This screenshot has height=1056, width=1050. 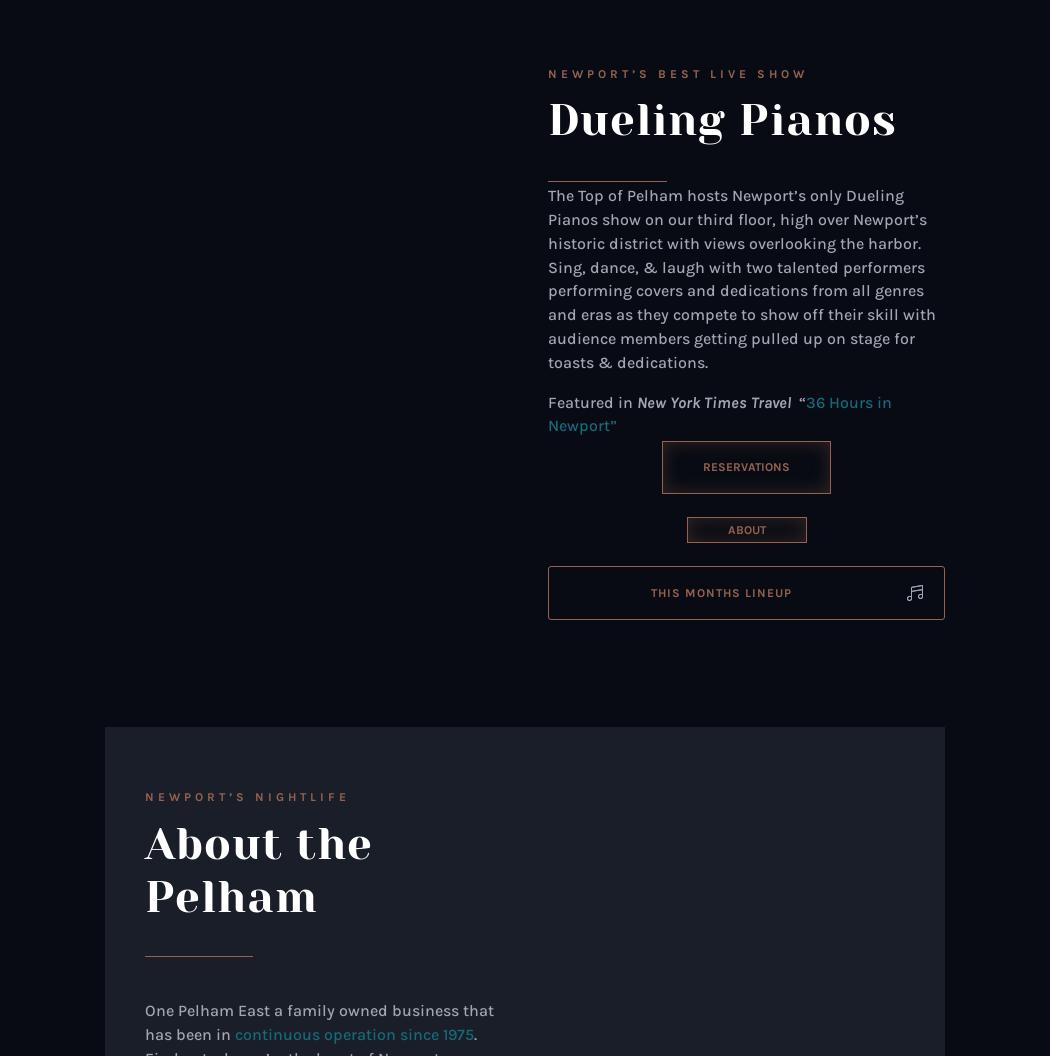 I want to click on 'continuous operation since 1975', so click(x=234, y=1033).